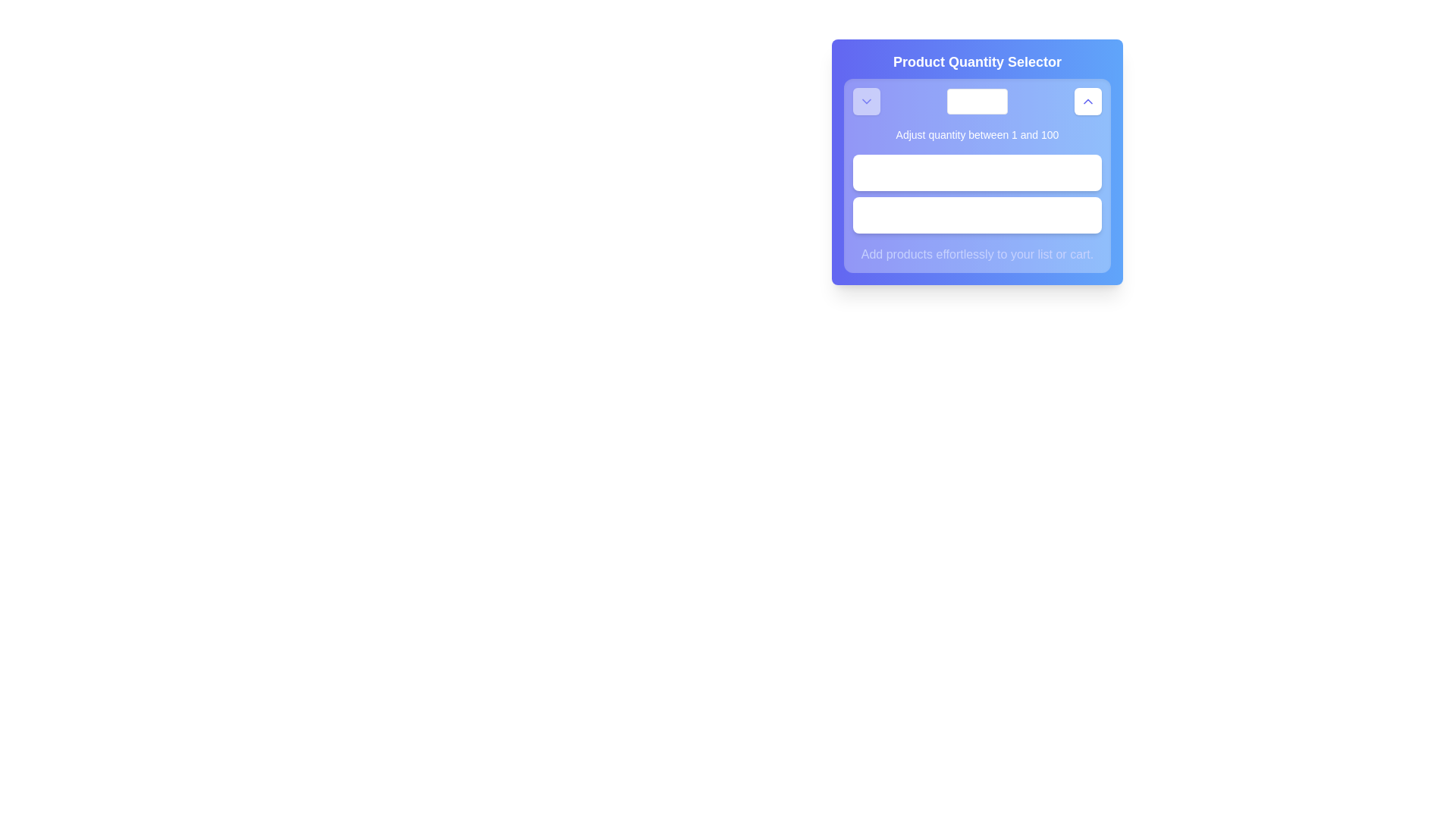 The image size is (1456, 819). What do you see at coordinates (977, 61) in the screenshot?
I see `the bold text label reading 'Product Quantity Selector' located at the top-center of the card interface` at bounding box center [977, 61].